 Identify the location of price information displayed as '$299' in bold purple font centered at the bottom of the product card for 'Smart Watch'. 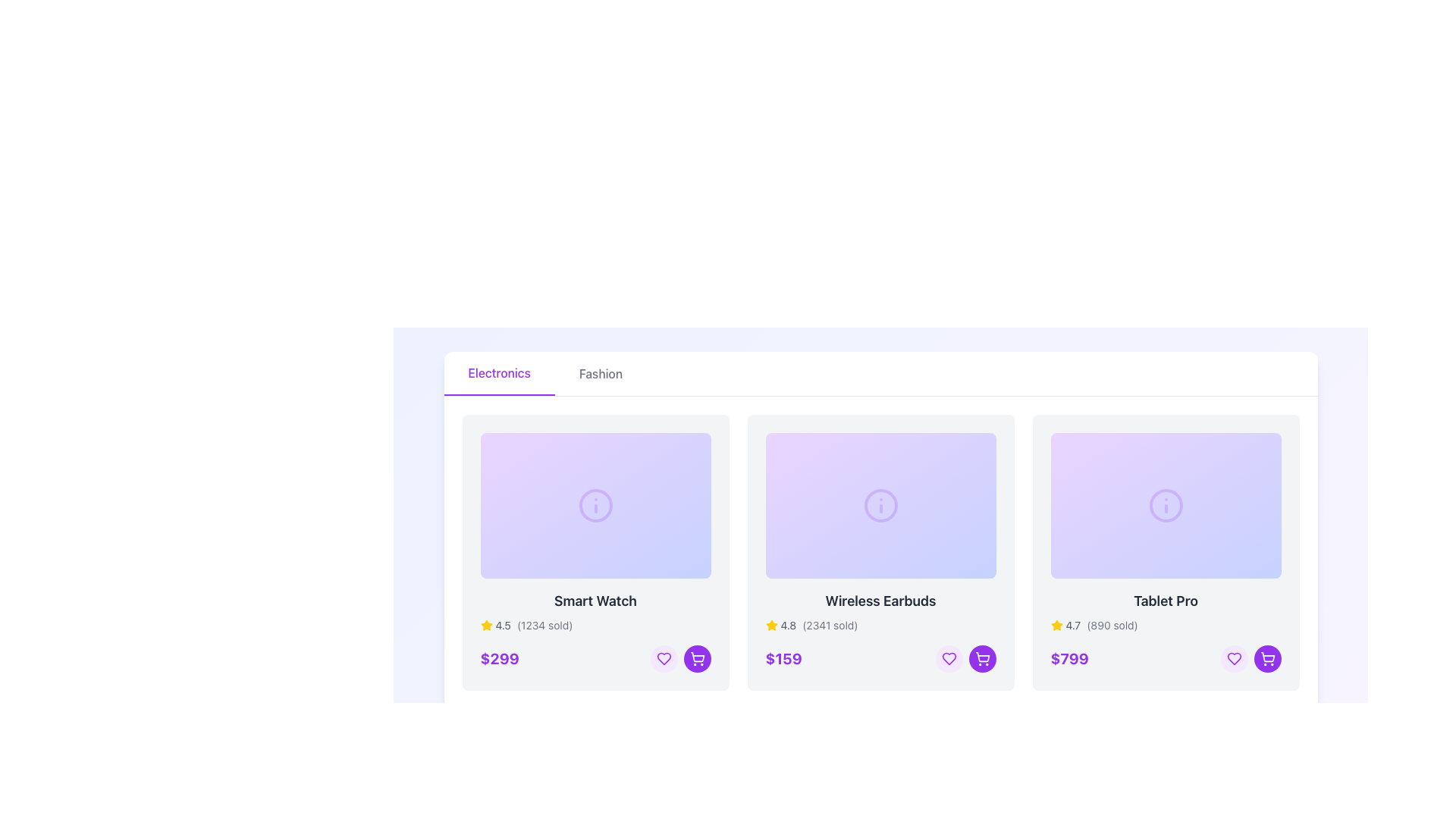
(595, 657).